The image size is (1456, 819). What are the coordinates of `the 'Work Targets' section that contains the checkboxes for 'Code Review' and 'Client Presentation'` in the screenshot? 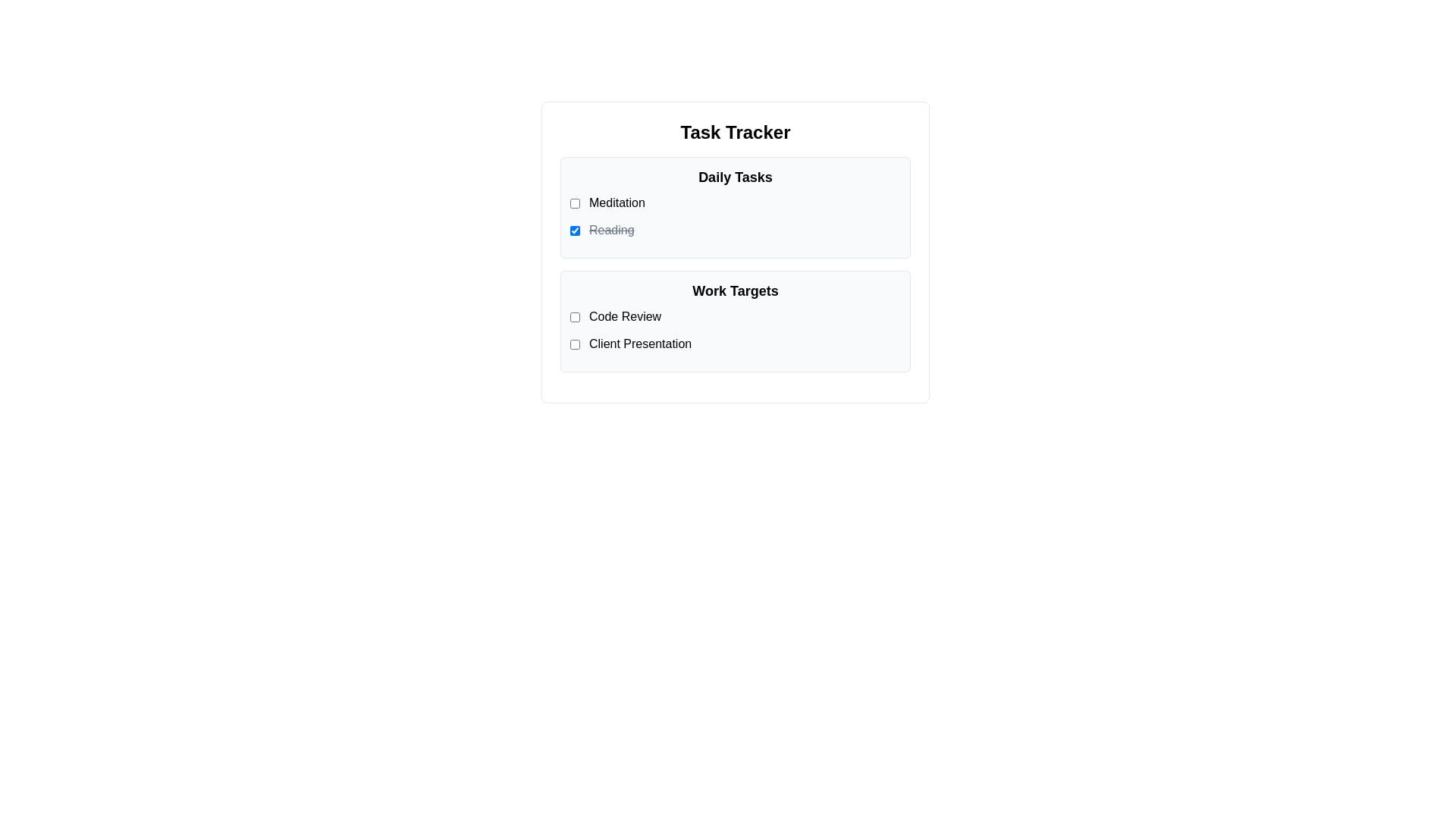 It's located at (735, 321).